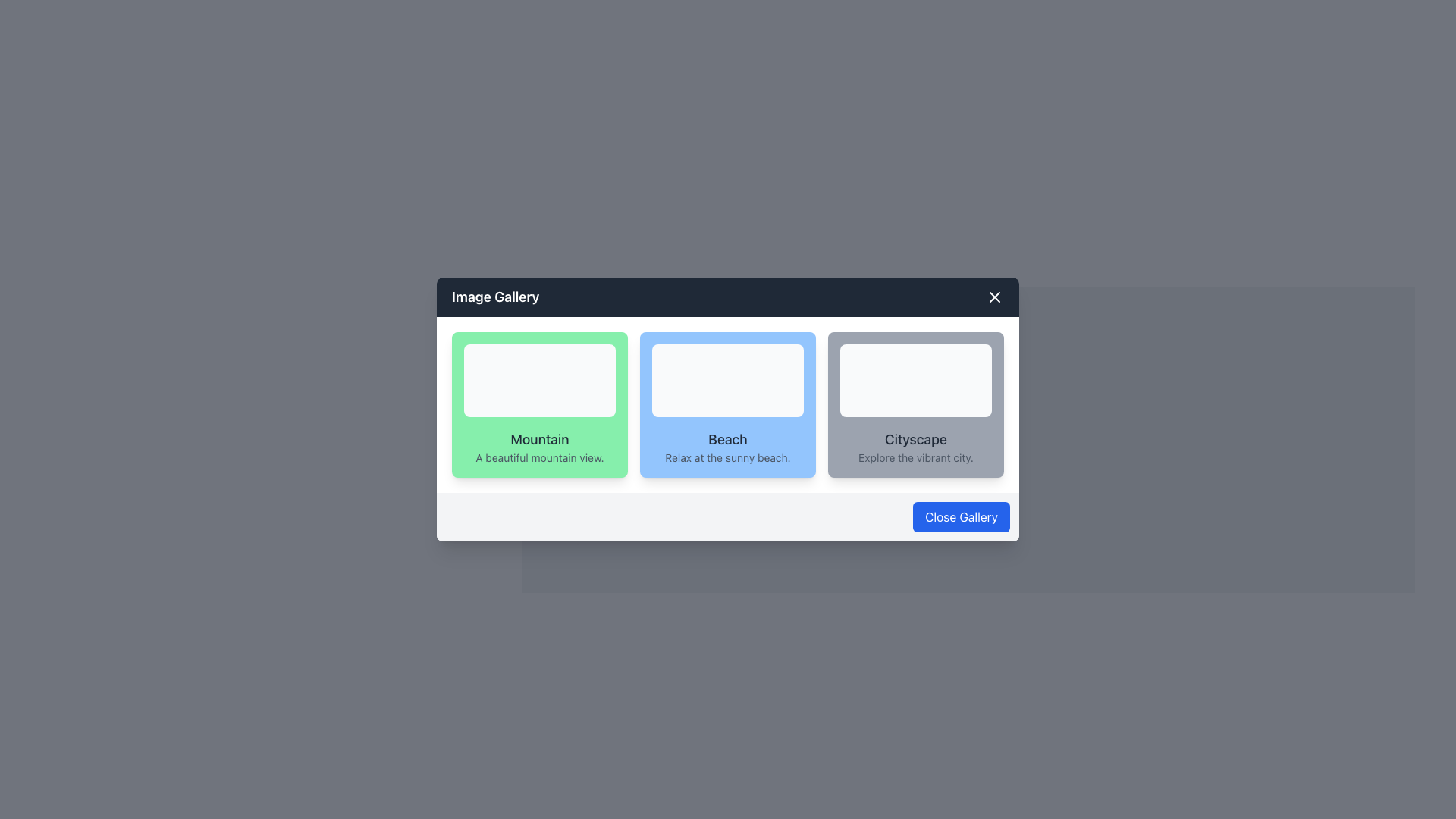 The image size is (1456, 819). I want to click on the 'Cityscape' informational card located in the third column of the grid, positioned to the right of the 'Beach' element and below the 'Image Gallery' title bar, so click(915, 403).